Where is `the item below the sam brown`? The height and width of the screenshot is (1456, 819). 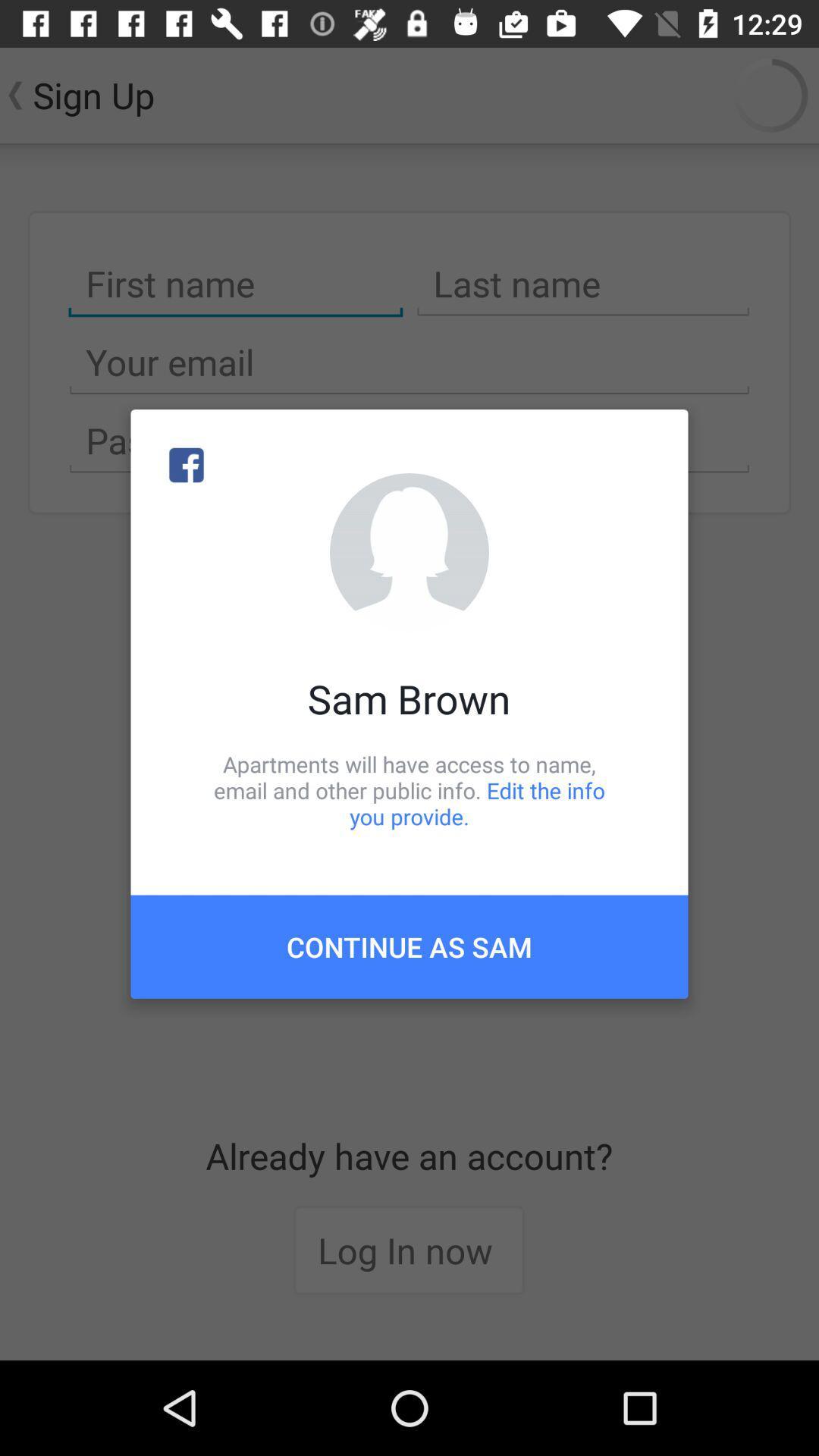 the item below the sam brown is located at coordinates (409, 789).